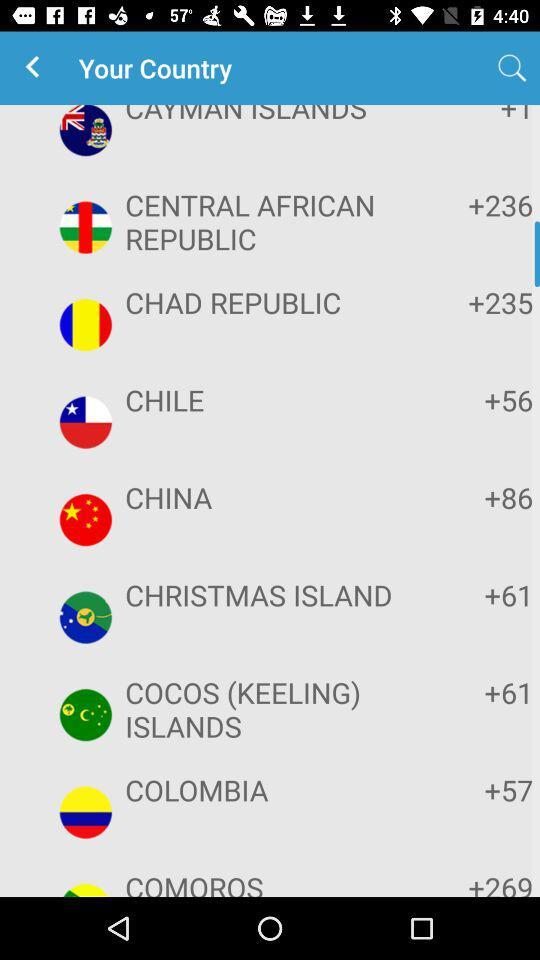 This screenshot has height=960, width=540. Describe the element at coordinates (471, 496) in the screenshot. I see `the app next to the china icon` at that location.